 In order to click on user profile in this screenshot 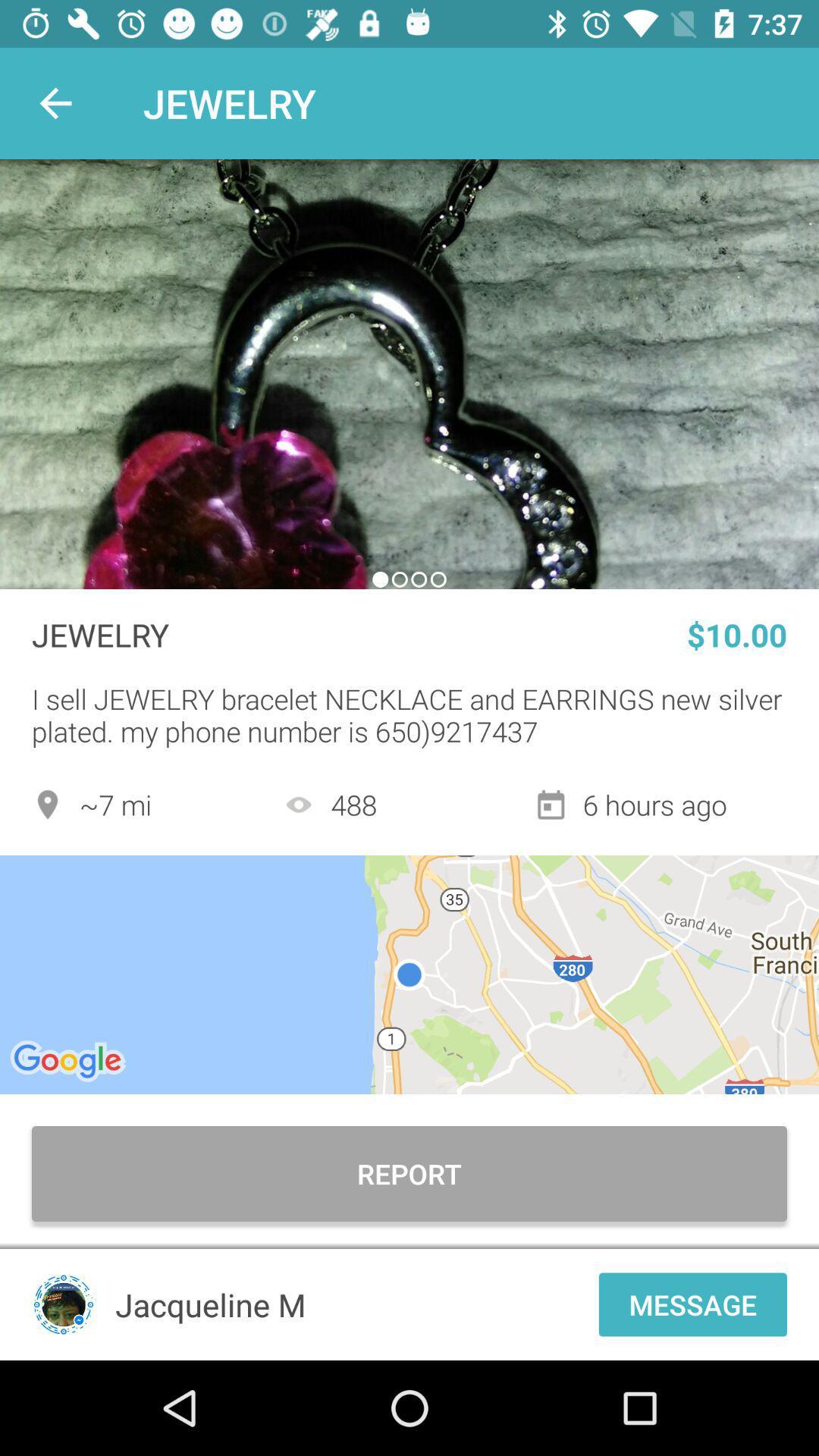, I will do `click(63, 1304)`.